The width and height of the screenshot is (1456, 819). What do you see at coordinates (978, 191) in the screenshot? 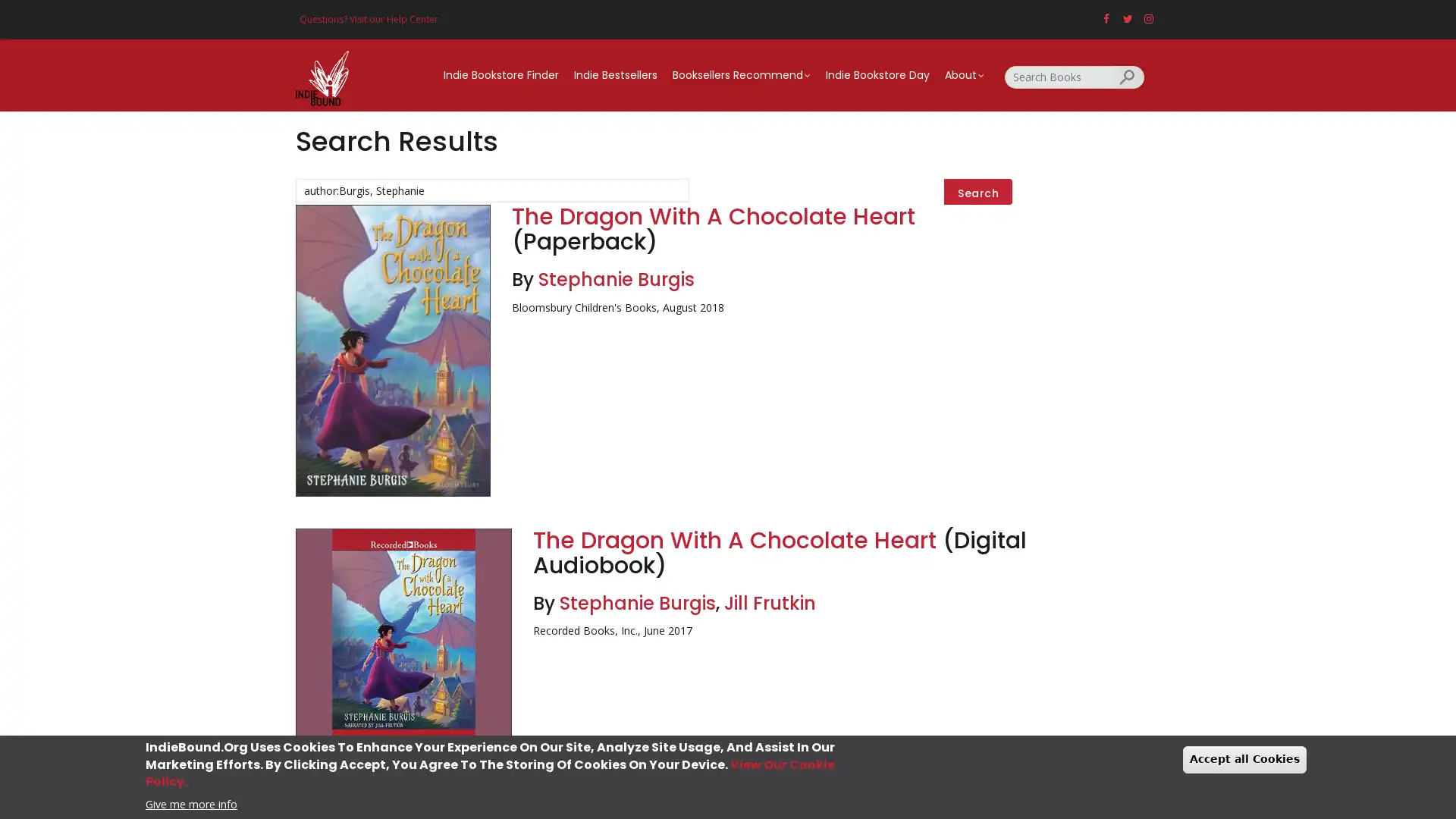
I see `Search` at bounding box center [978, 191].